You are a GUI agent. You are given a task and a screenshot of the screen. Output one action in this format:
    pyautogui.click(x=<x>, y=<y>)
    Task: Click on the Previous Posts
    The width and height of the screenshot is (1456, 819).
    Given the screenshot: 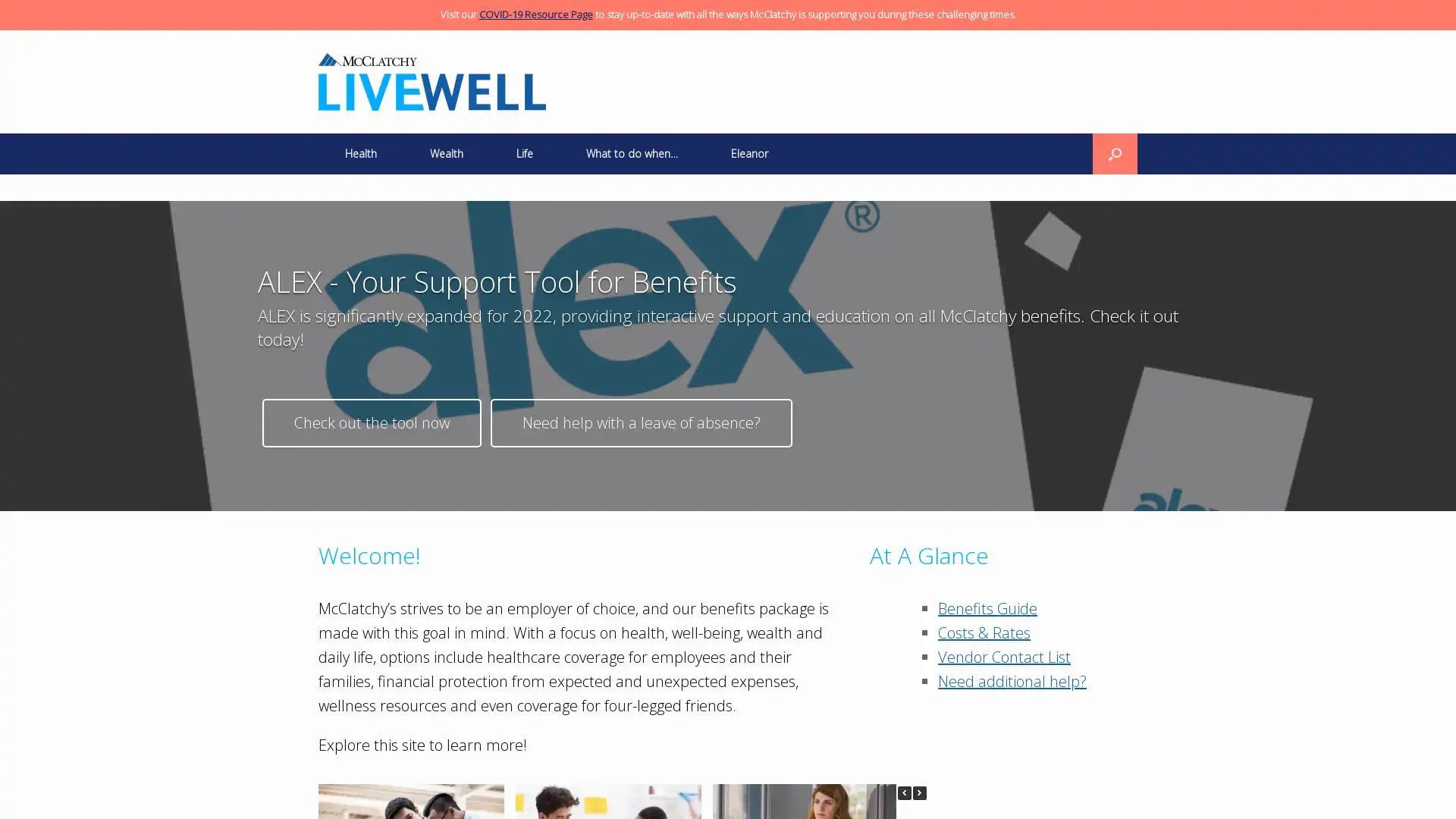 What is the action you would take?
    pyautogui.click(x=903, y=792)
    